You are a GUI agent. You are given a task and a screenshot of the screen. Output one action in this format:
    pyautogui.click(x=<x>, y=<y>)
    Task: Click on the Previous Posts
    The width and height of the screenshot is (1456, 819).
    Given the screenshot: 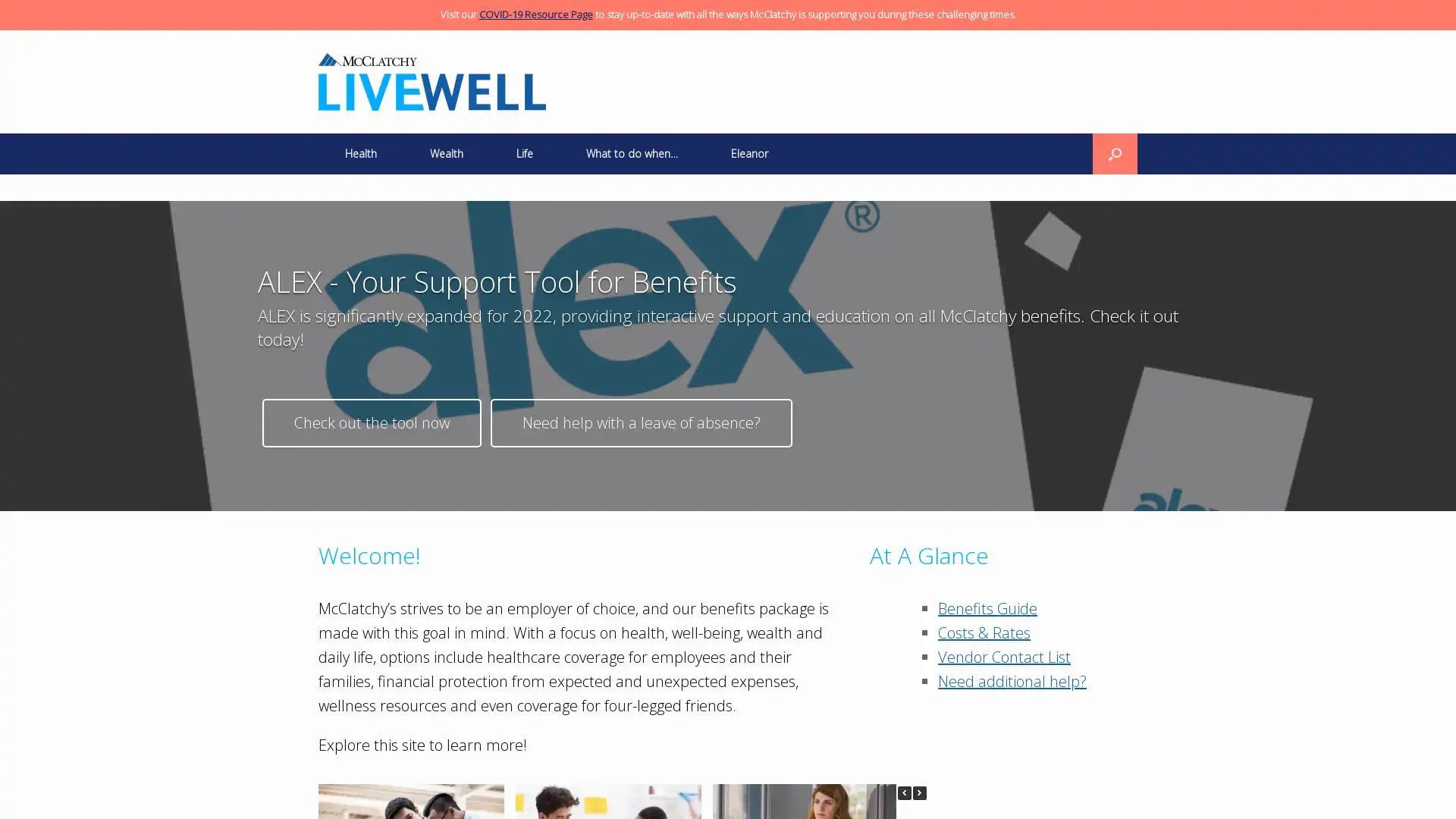 What is the action you would take?
    pyautogui.click(x=903, y=792)
    